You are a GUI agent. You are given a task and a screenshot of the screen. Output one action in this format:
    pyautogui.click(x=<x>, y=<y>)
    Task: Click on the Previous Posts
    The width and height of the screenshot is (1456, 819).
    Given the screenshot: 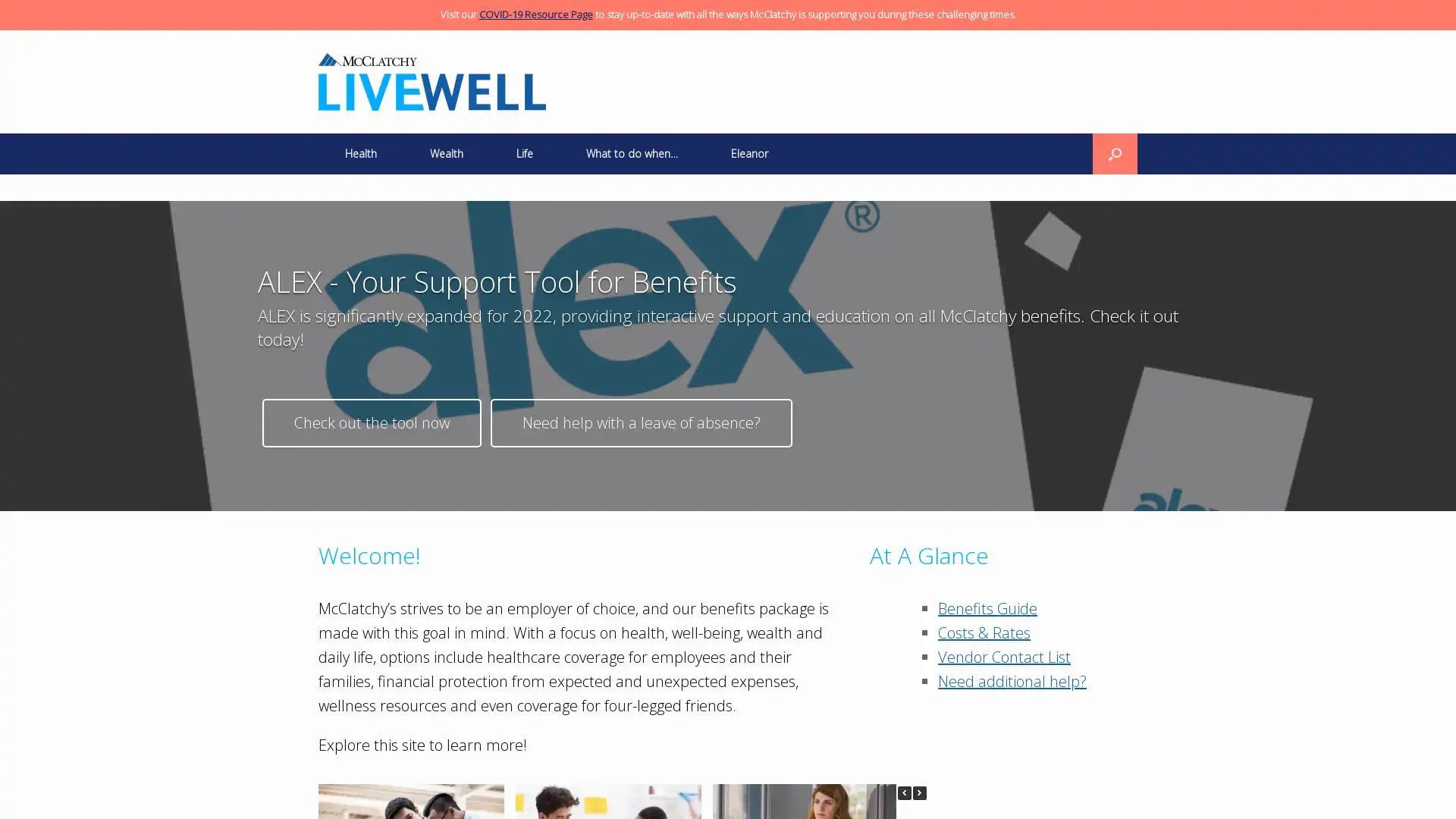 What is the action you would take?
    pyautogui.click(x=903, y=792)
    